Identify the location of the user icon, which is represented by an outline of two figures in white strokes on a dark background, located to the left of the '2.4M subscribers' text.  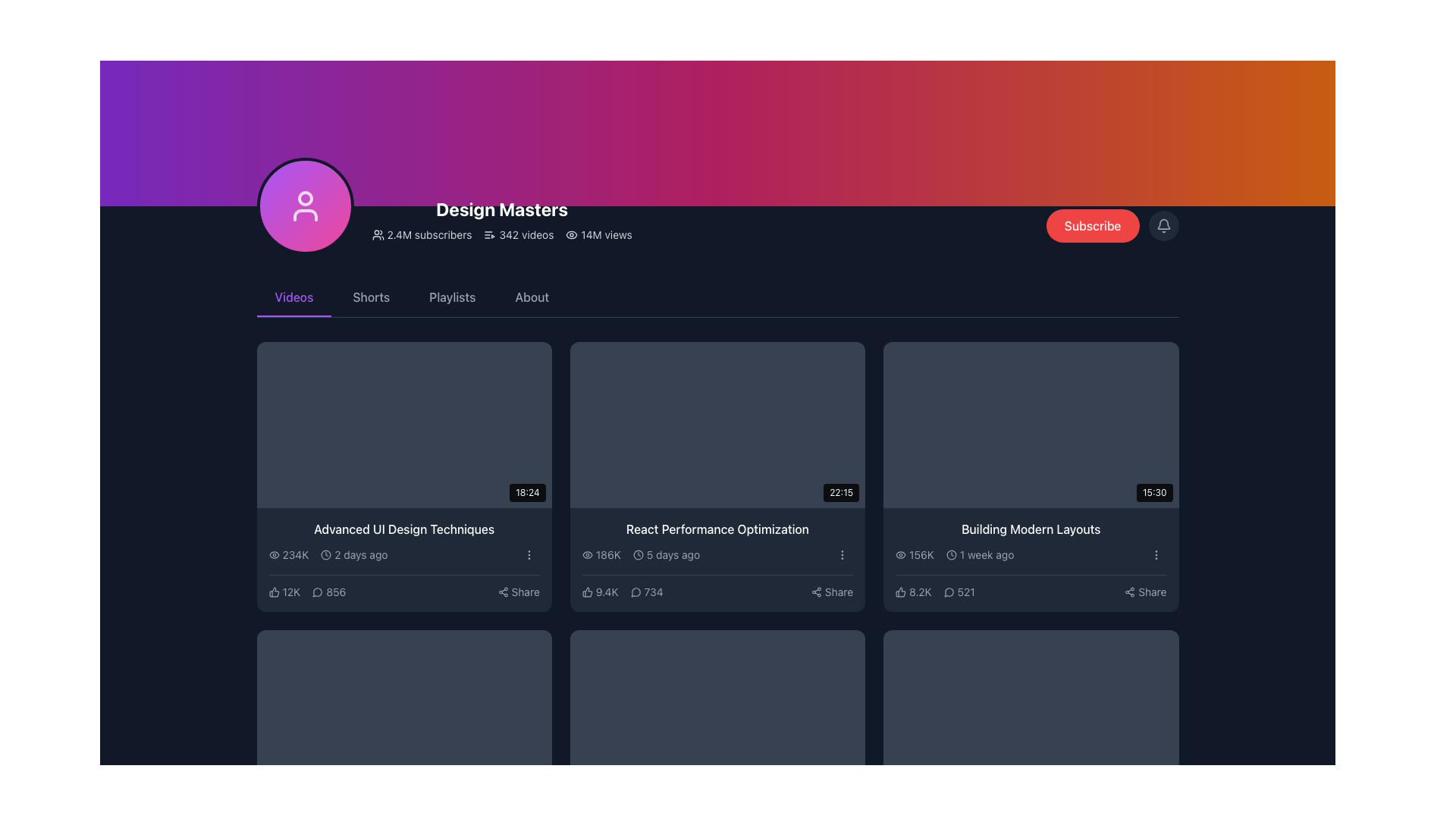
(378, 234).